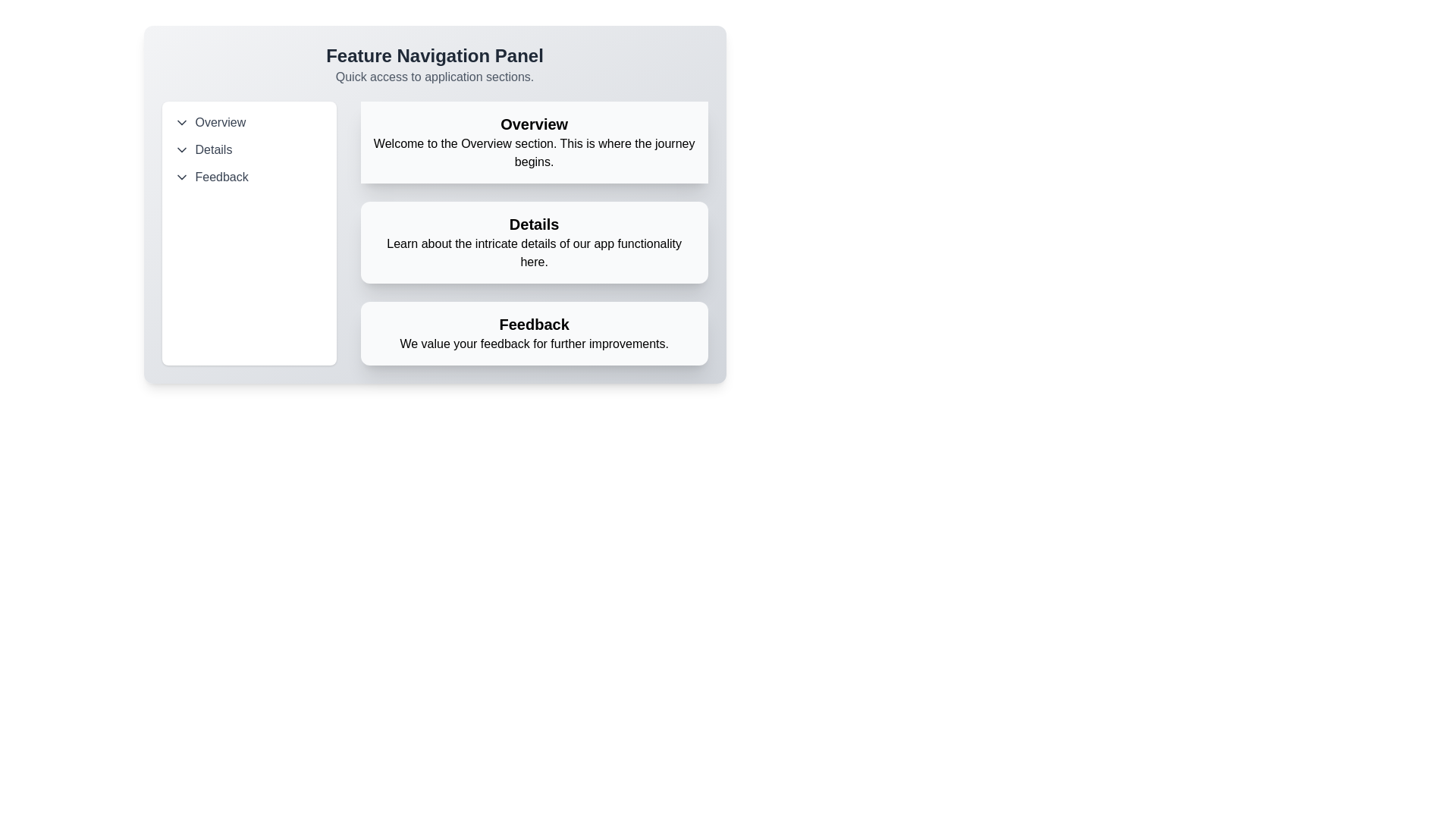  Describe the element at coordinates (249, 149) in the screenshot. I see `the 'Details' item in the Vertical Navigation Menu with Expandable Items` at that location.